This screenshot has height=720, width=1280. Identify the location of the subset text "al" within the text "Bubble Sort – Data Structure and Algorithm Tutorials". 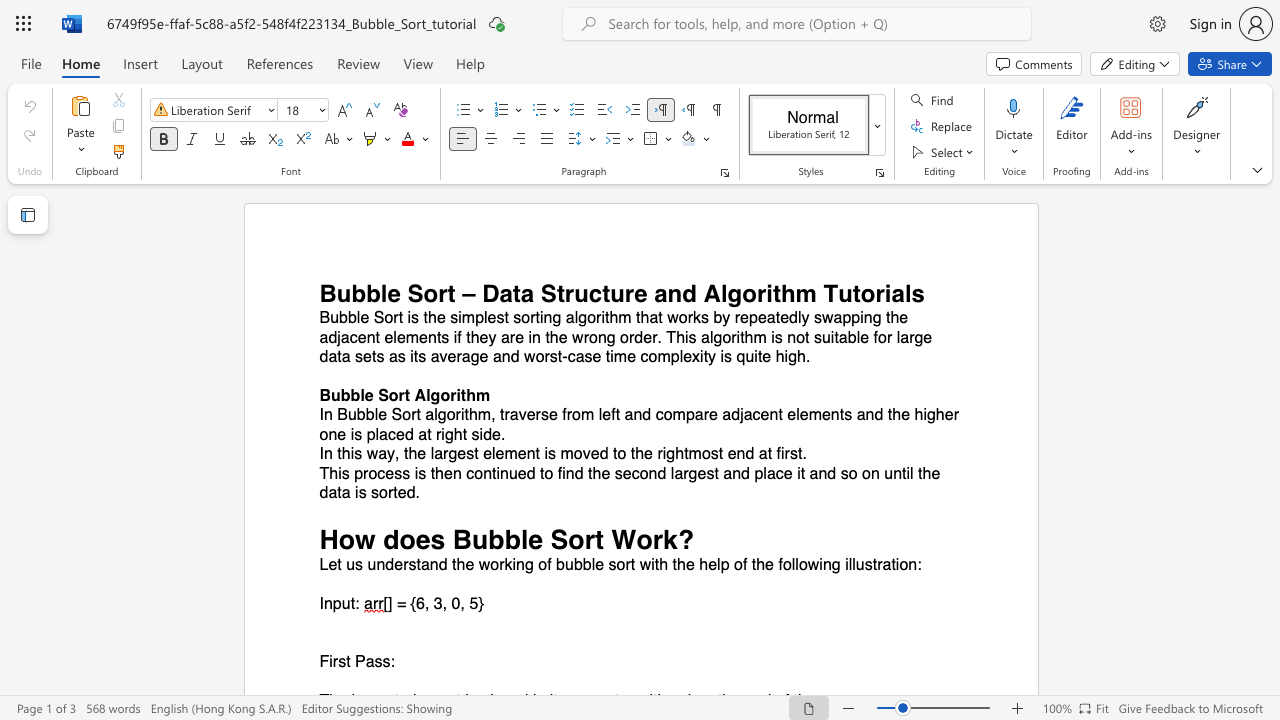
(890, 293).